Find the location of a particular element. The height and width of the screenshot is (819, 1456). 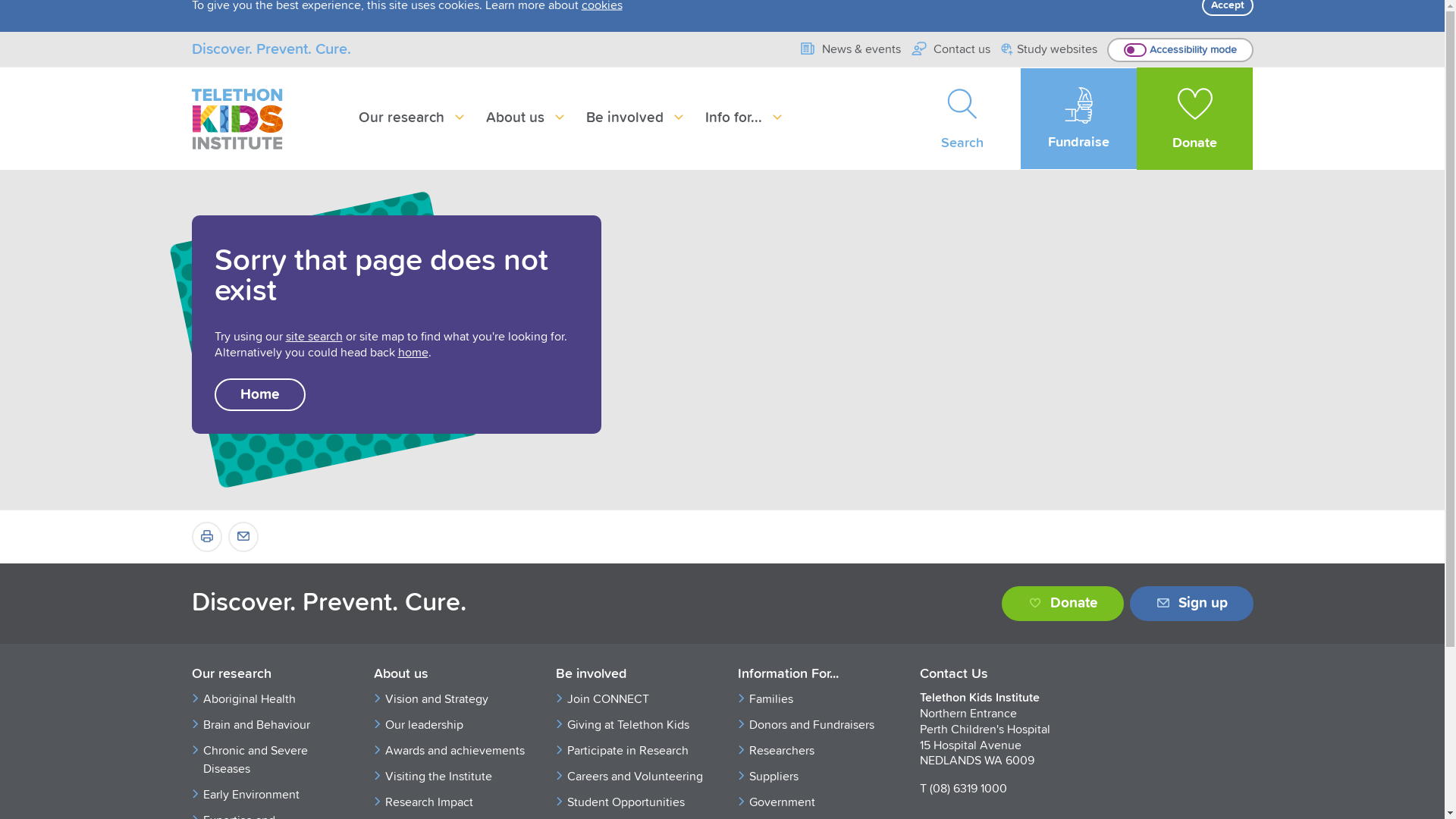

'Info for...' is located at coordinates (745, 117).